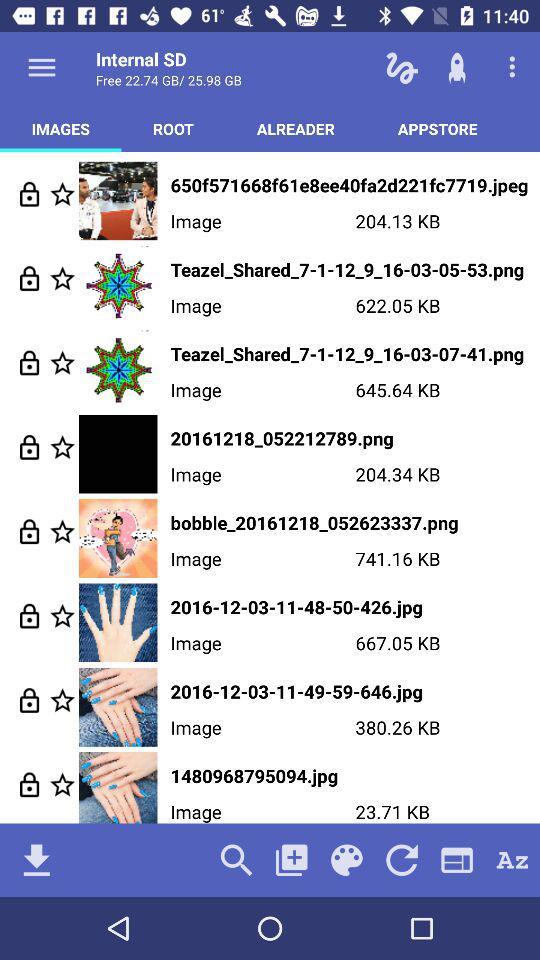 This screenshot has width=540, height=960. I want to click on to favorites, so click(62, 700).